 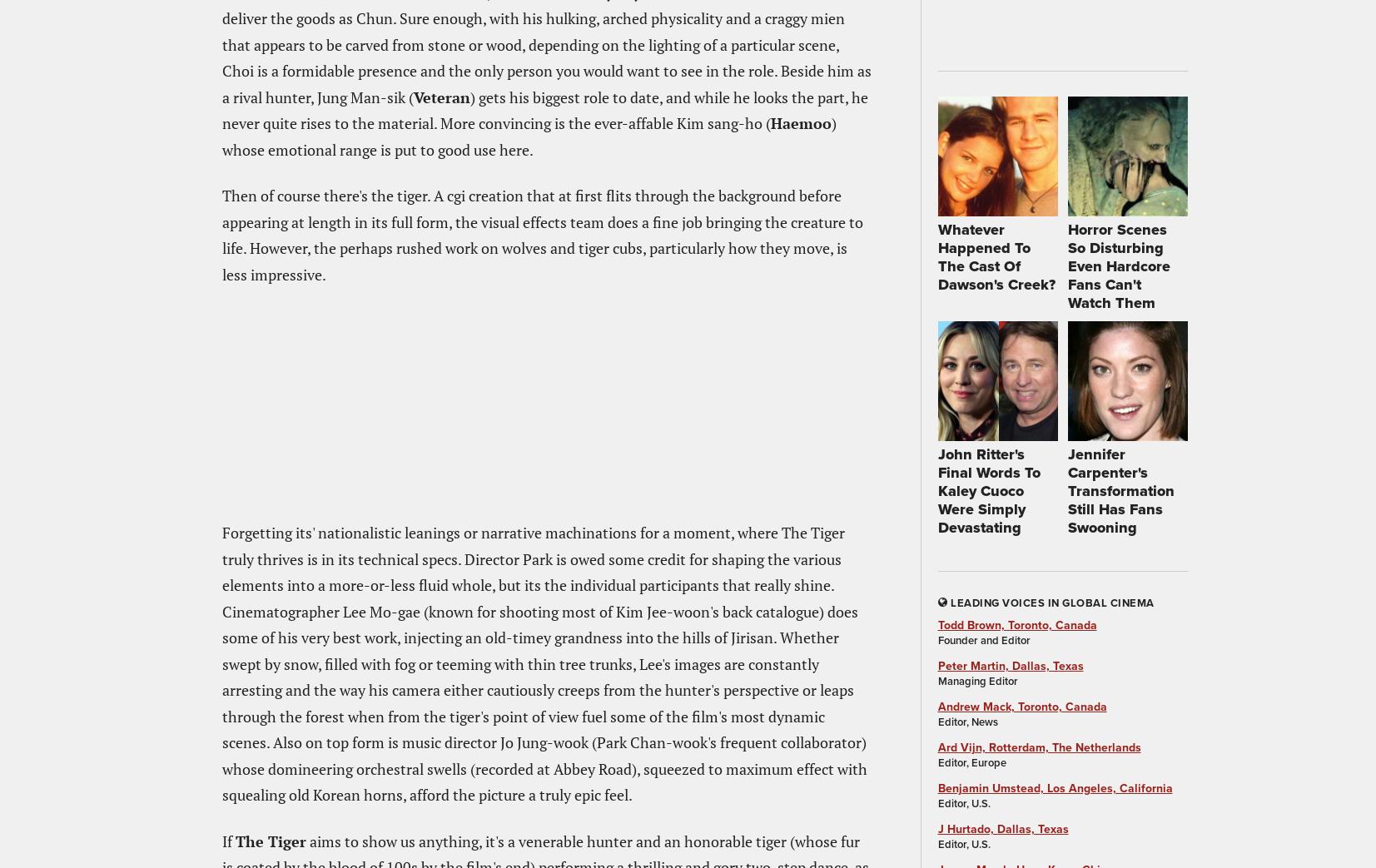 What do you see at coordinates (1021, 706) in the screenshot?
I see `'Andrew Mack, Toronto, Canada'` at bounding box center [1021, 706].